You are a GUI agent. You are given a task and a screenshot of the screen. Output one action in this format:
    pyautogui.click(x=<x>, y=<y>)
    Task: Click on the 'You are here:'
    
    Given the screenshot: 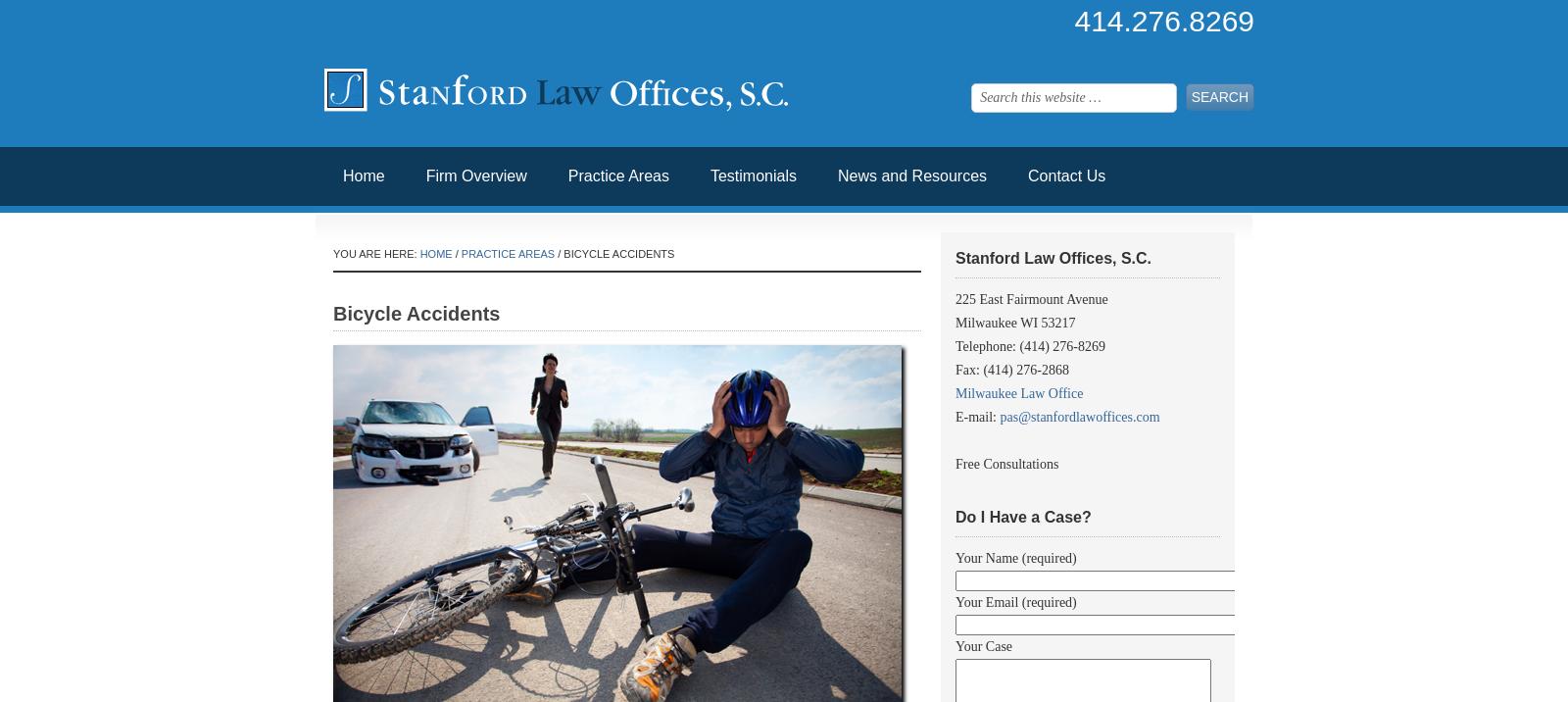 What is the action you would take?
    pyautogui.click(x=333, y=253)
    